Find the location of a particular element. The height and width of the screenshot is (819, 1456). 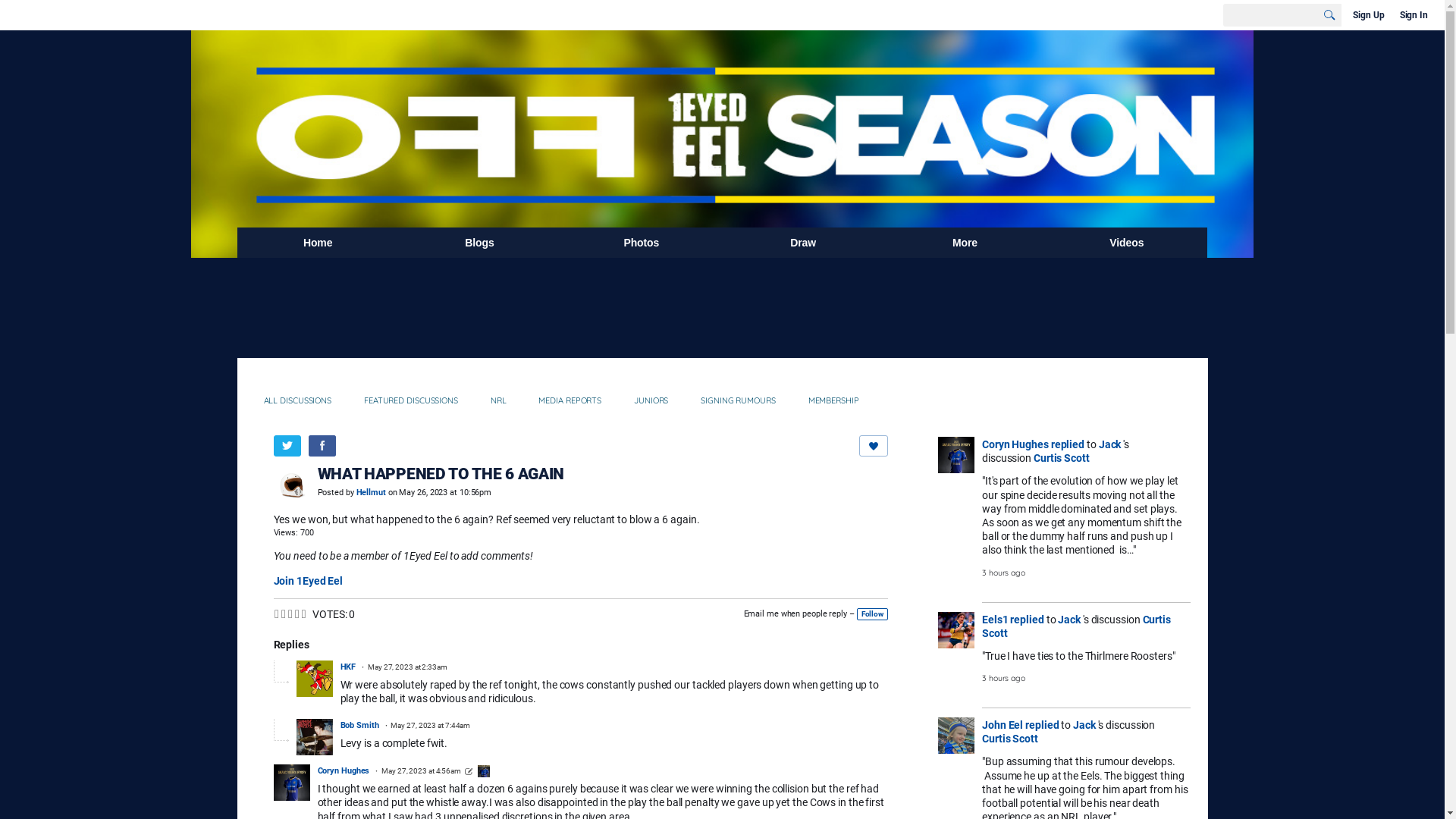

'Coryn Hughes' is located at coordinates (1015, 444).